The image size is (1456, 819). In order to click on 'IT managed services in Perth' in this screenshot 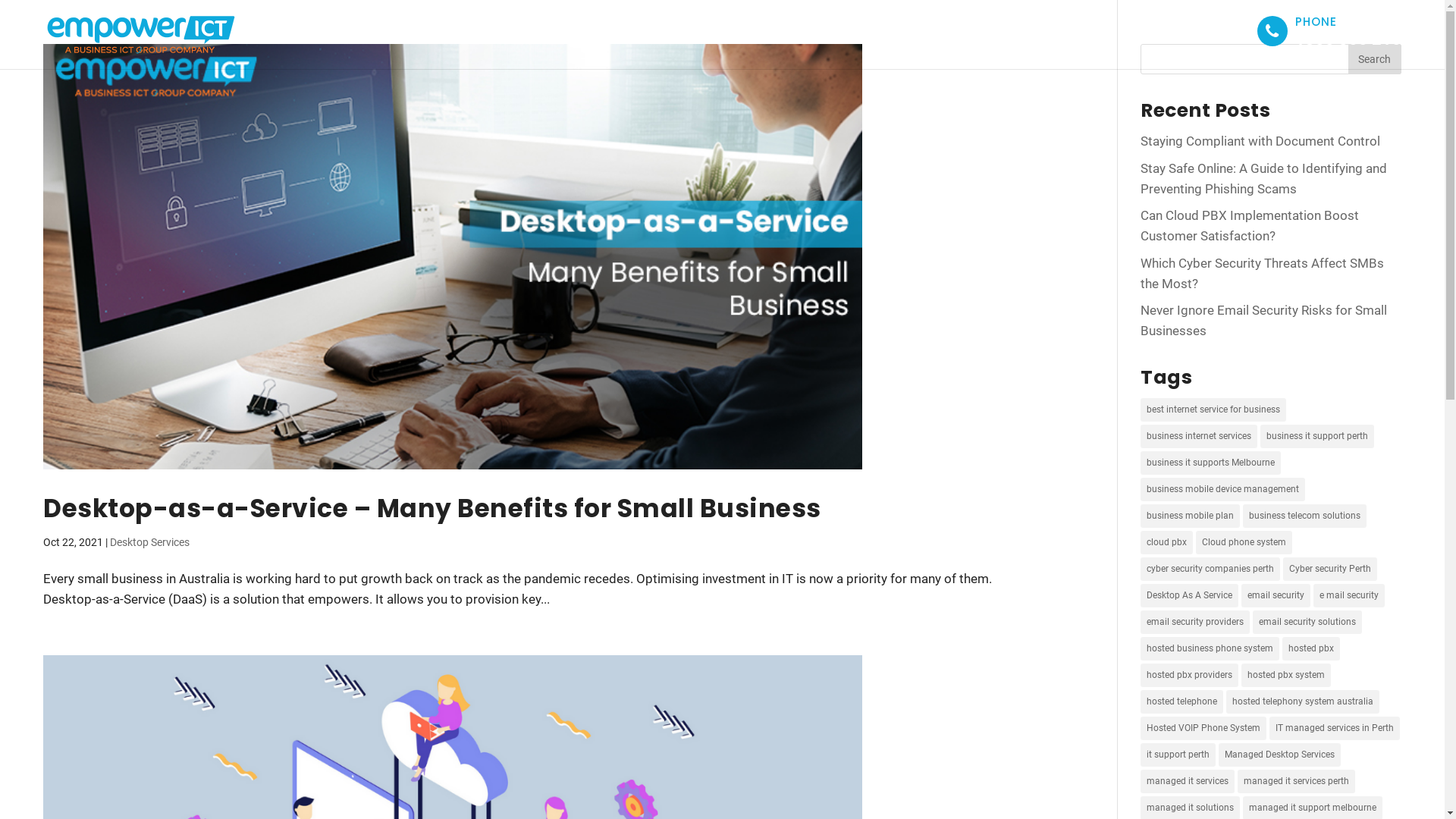, I will do `click(1335, 727)`.